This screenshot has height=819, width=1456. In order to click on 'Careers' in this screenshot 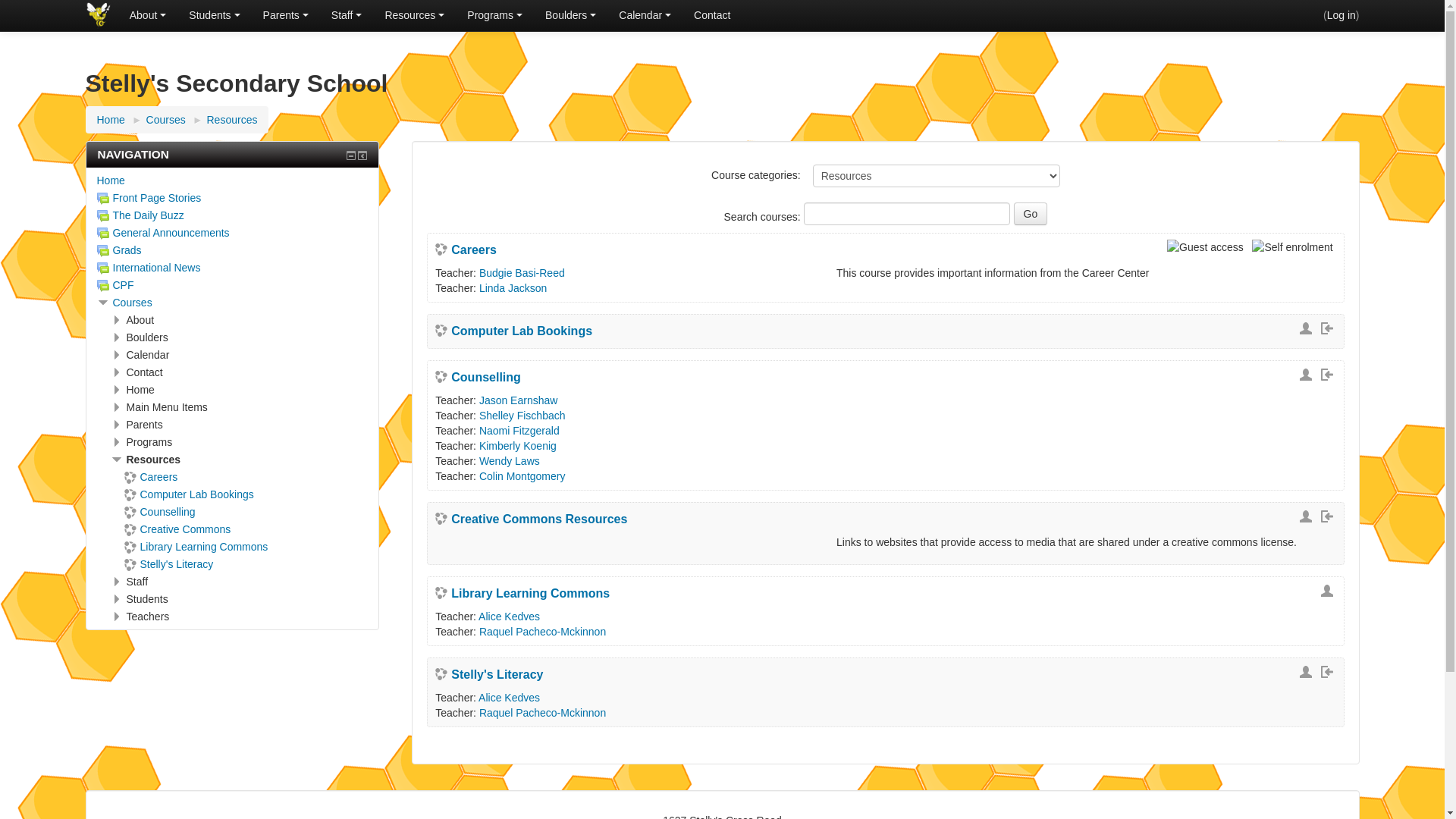, I will do `click(151, 475)`.